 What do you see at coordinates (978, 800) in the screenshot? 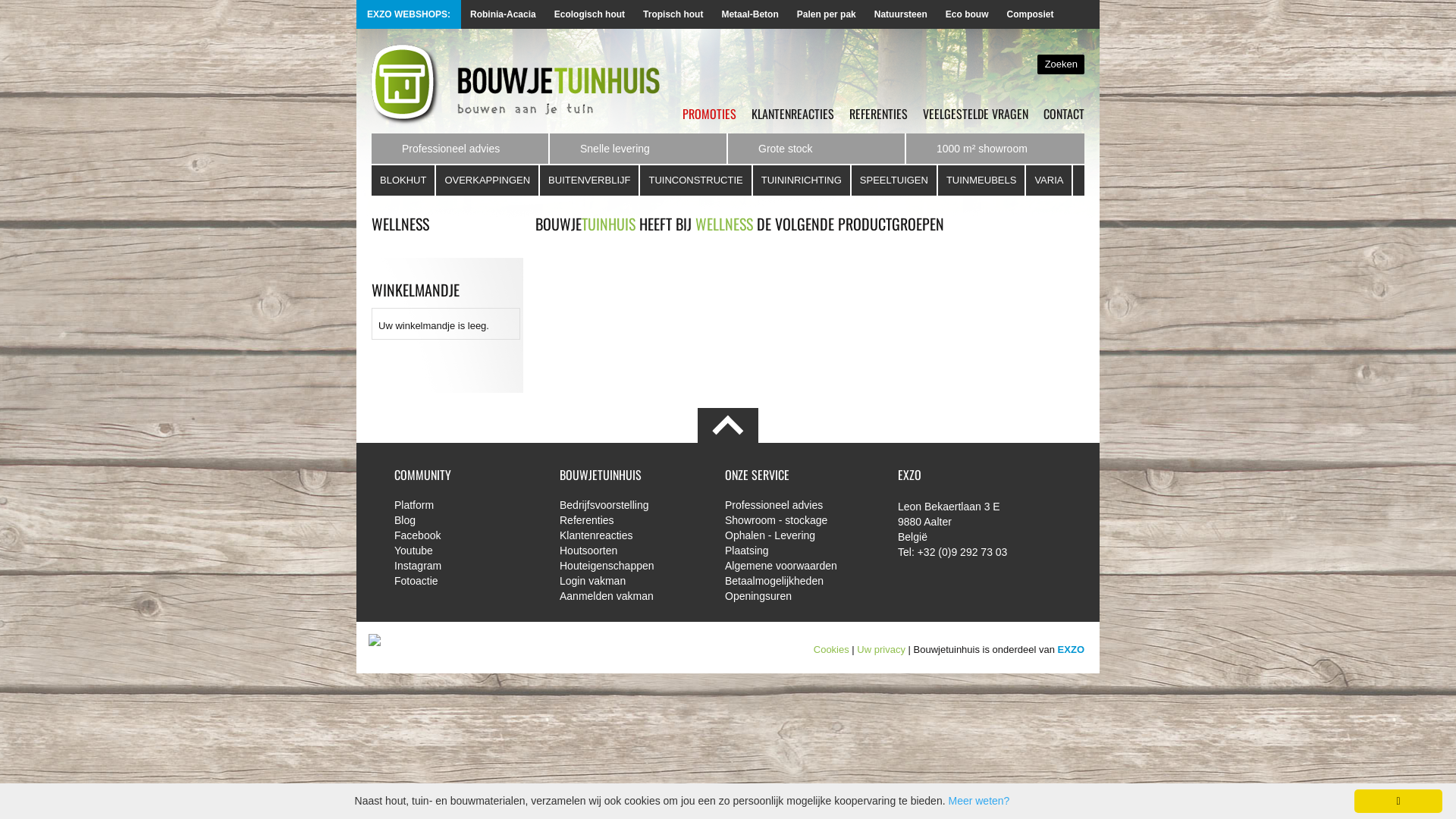
I see `'Meer weten?'` at bounding box center [978, 800].